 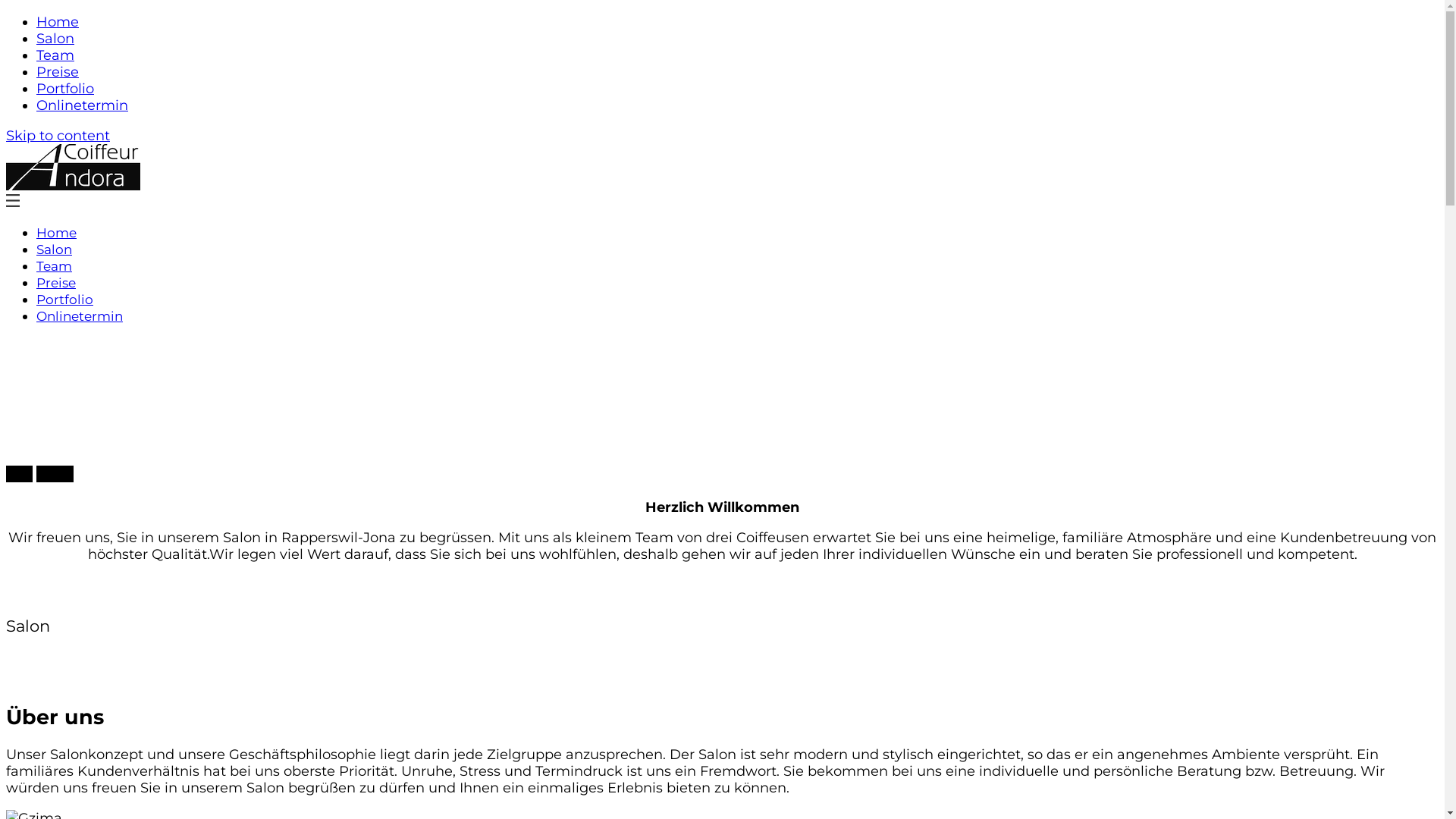 What do you see at coordinates (58, 22) in the screenshot?
I see `'Home'` at bounding box center [58, 22].